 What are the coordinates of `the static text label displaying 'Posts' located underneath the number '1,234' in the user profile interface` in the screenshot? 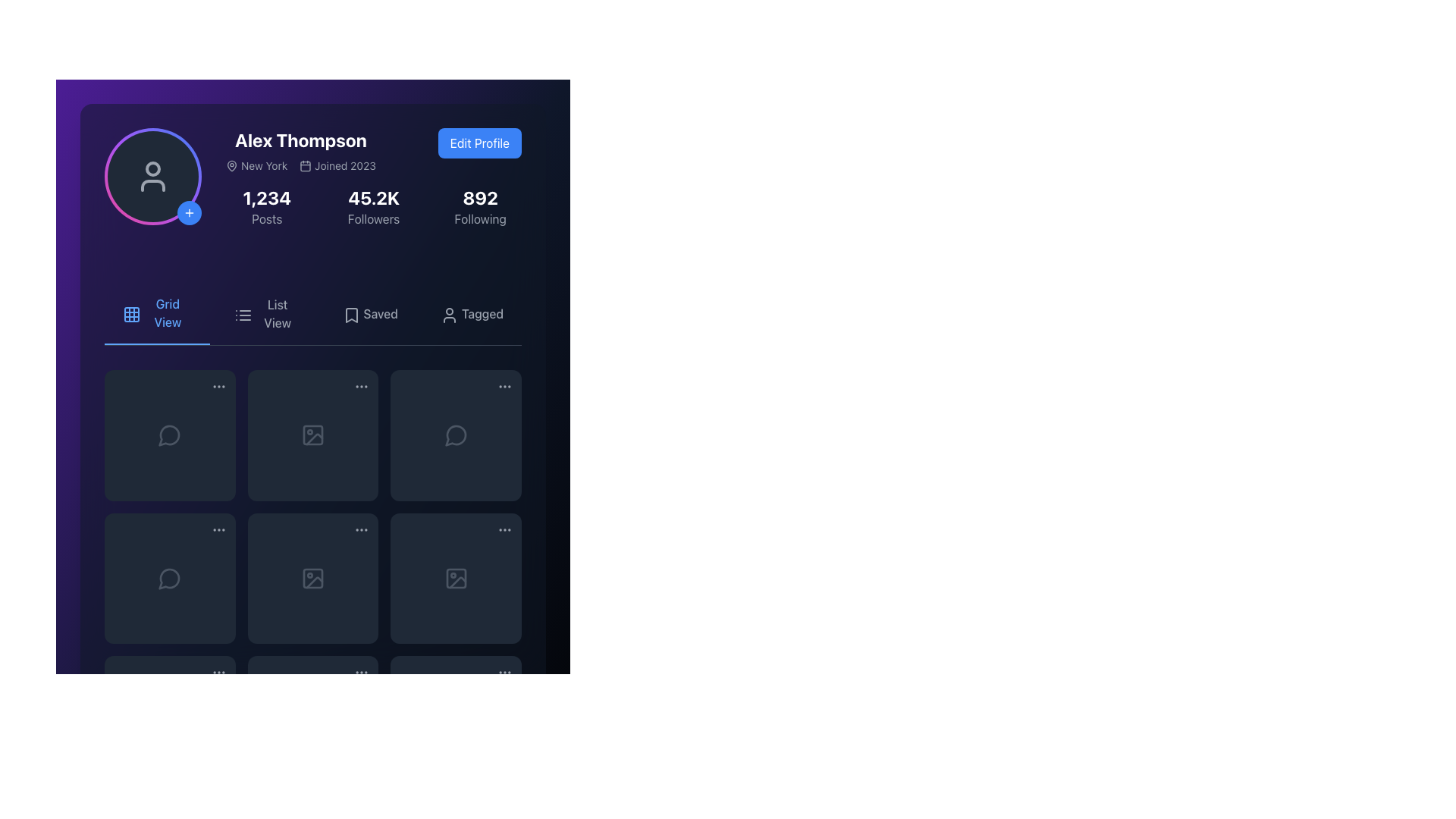 It's located at (267, 219).